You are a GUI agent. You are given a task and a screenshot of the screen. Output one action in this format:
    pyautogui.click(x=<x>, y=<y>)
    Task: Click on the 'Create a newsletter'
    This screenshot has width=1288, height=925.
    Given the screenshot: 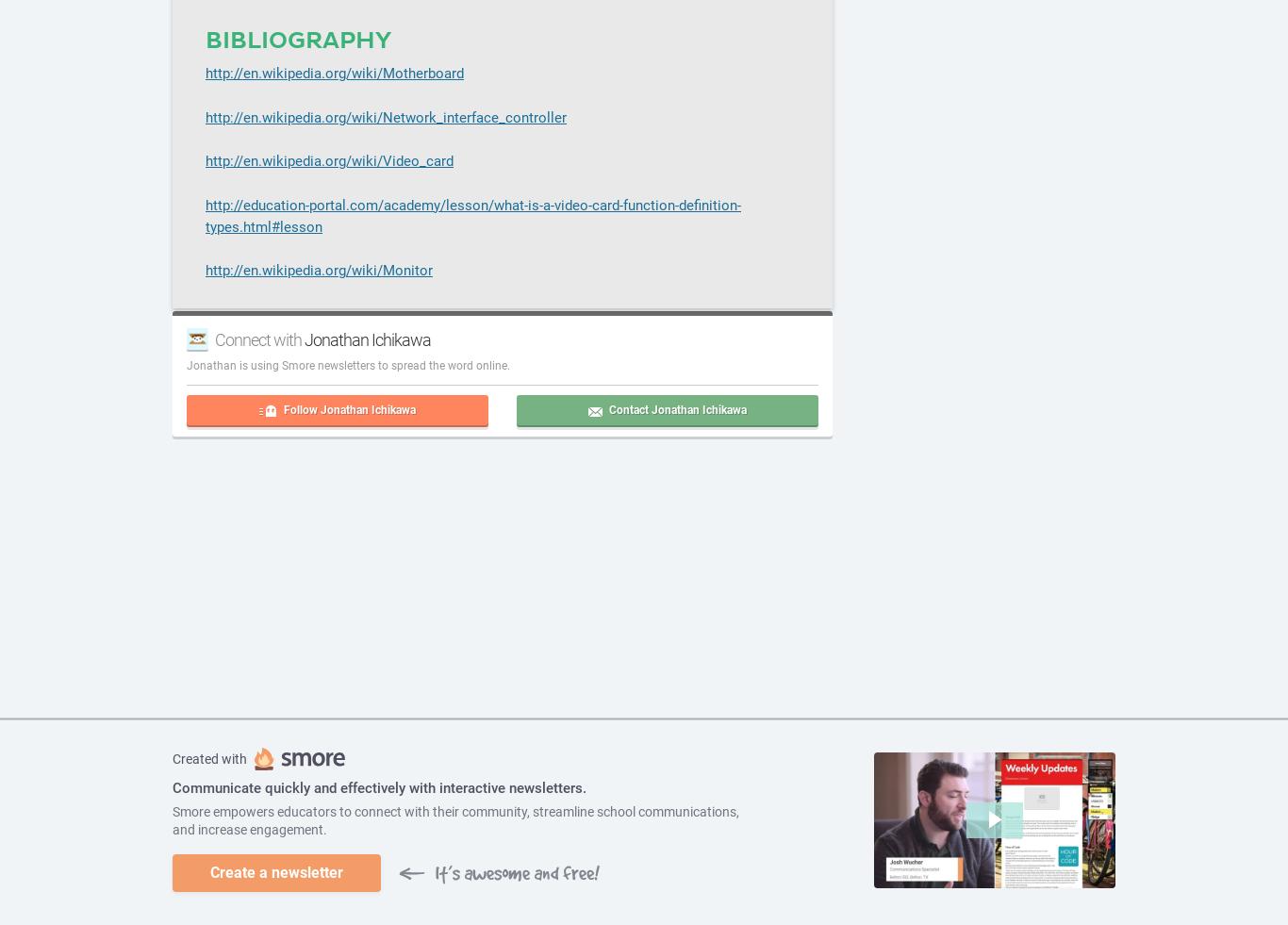 What is the action you would take?
    pyautogui.click(x=276, y=872)
    